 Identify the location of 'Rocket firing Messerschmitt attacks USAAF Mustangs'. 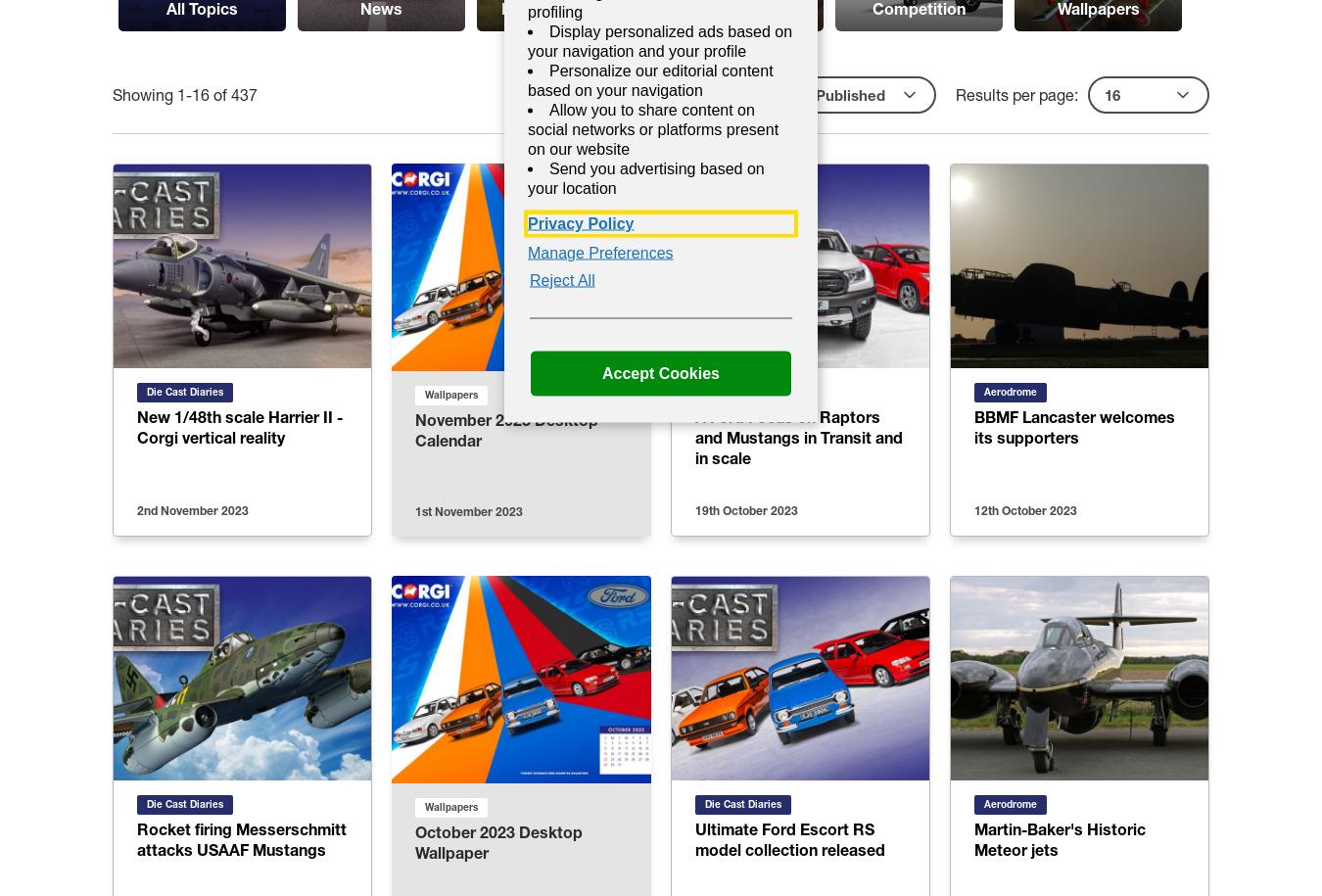
(241, 838).